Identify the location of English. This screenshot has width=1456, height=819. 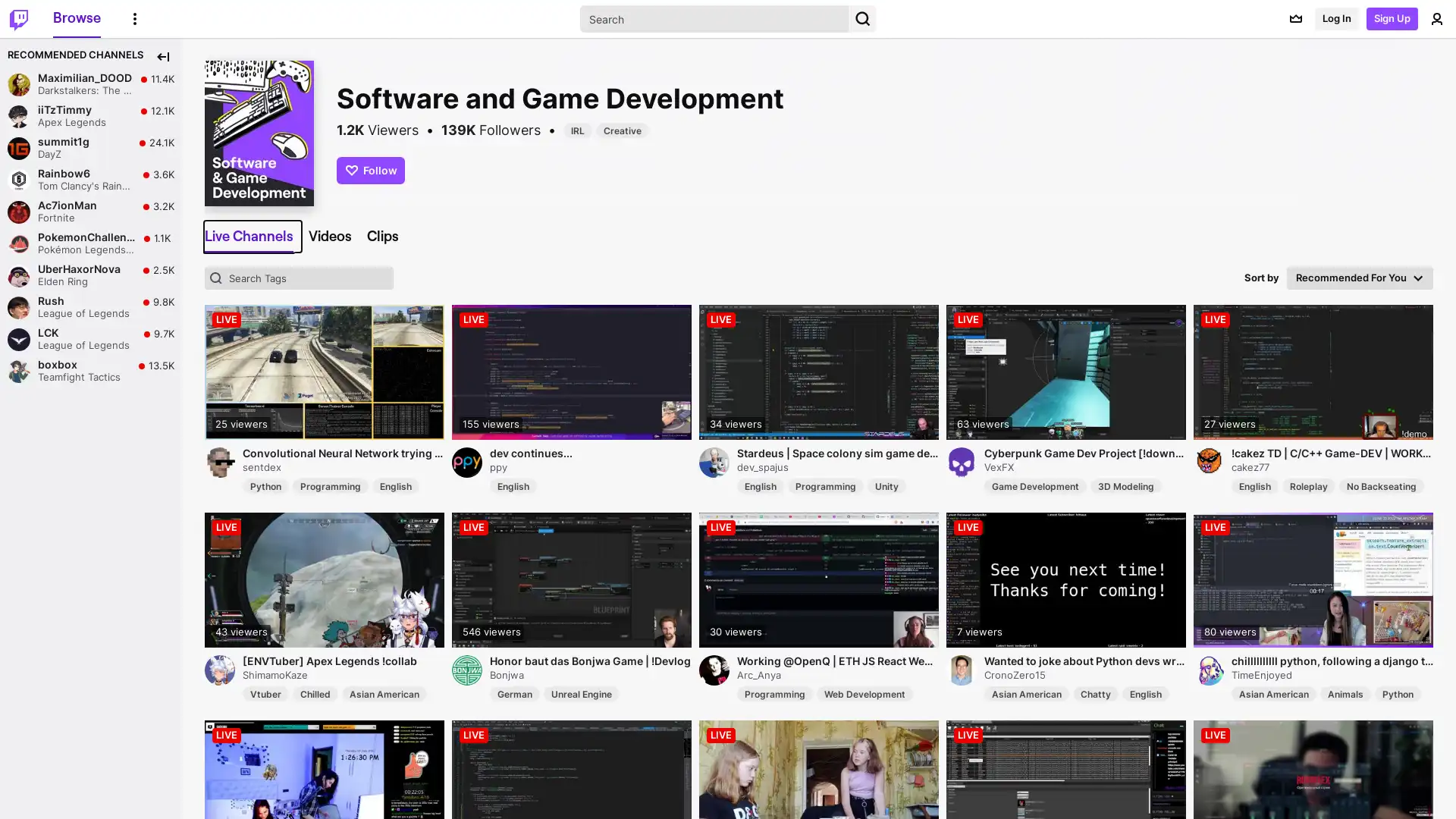
(1255, 485).